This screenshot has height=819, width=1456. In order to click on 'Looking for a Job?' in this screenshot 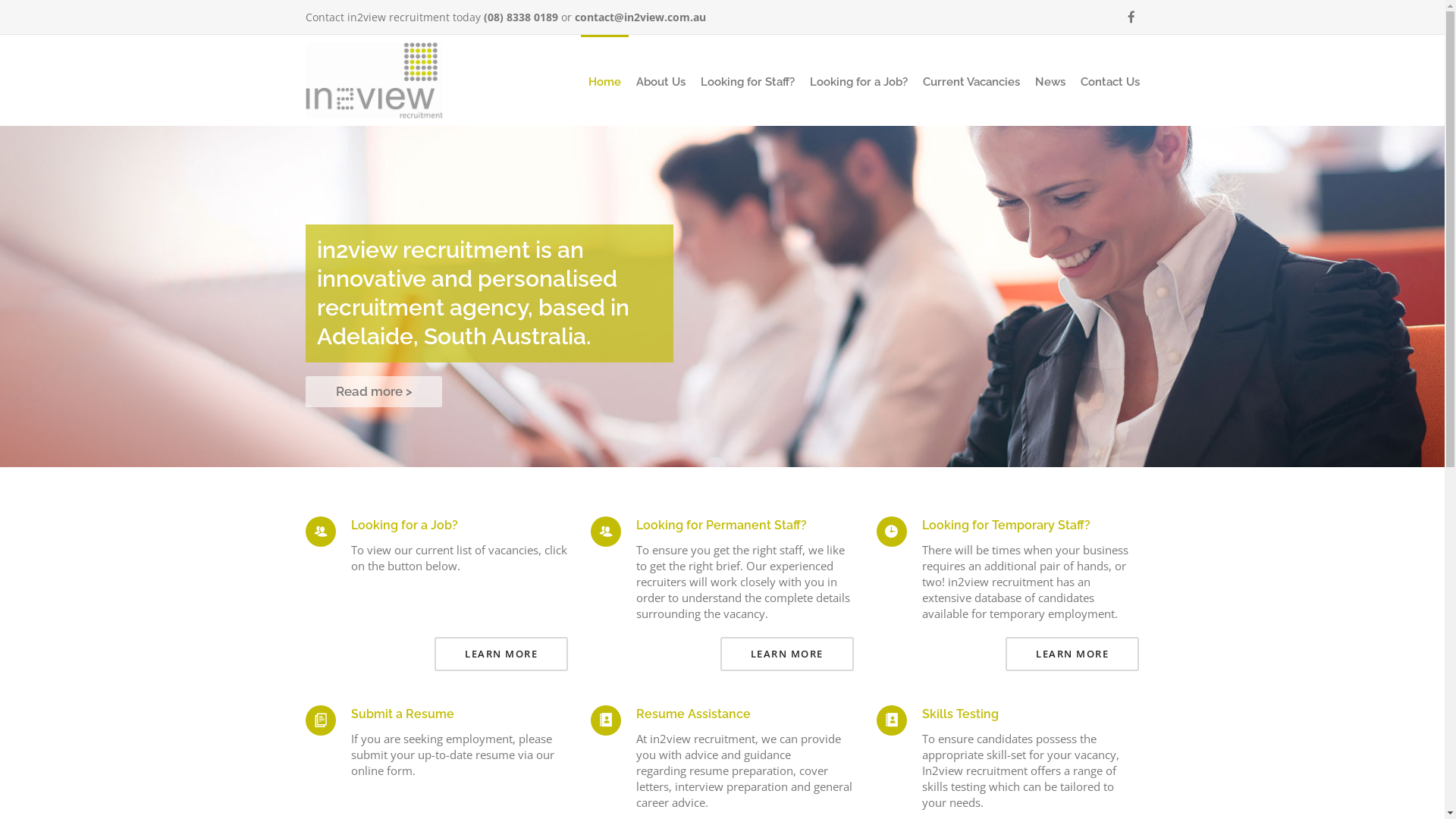, I will do `click(858, 82)`.